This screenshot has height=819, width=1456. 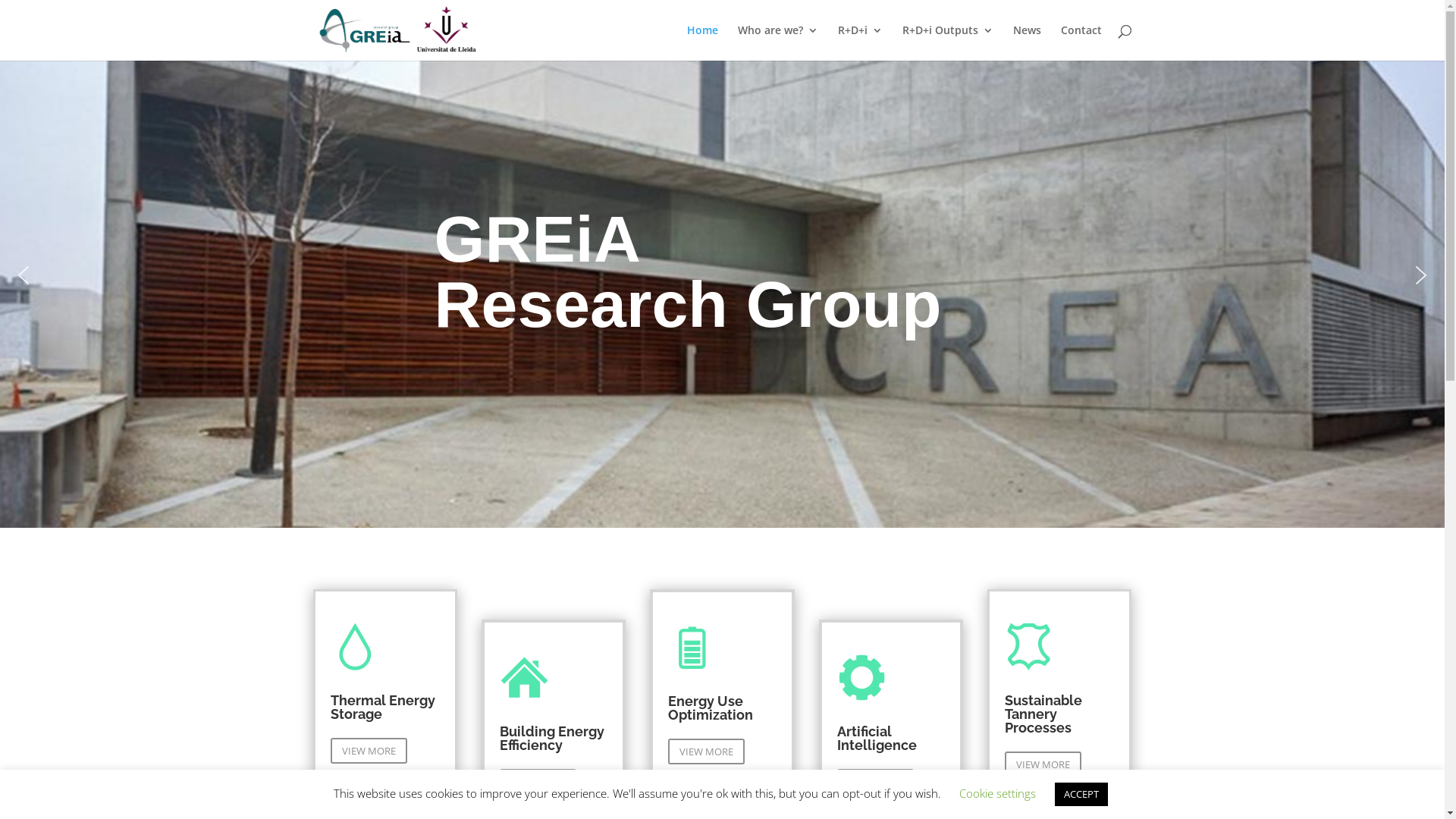 I want to click on 'Cookie settings', so click(x=996, y=792).